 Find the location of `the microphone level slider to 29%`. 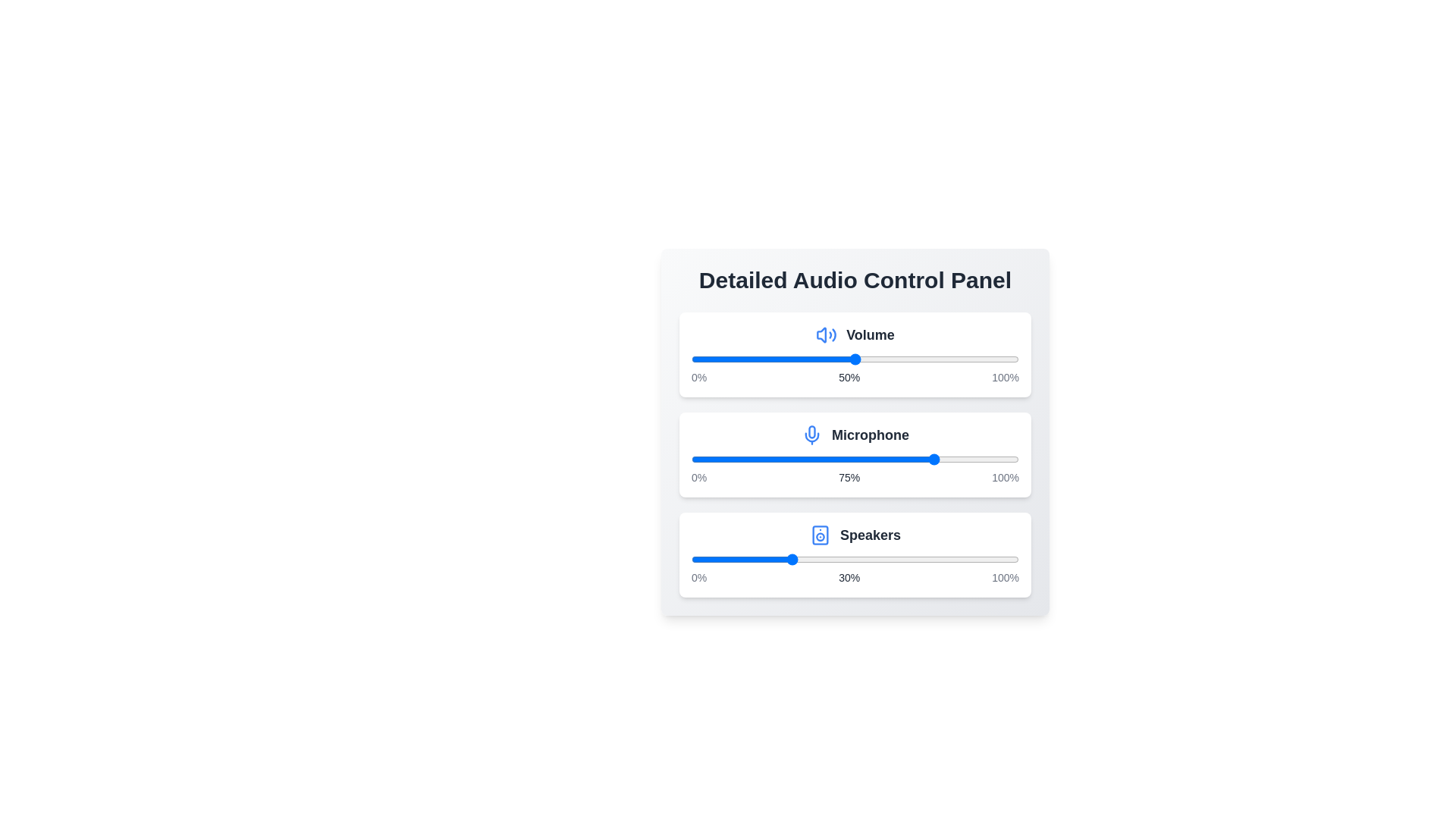

the microphone level slider to 29% is located at coordinates (786, 458).